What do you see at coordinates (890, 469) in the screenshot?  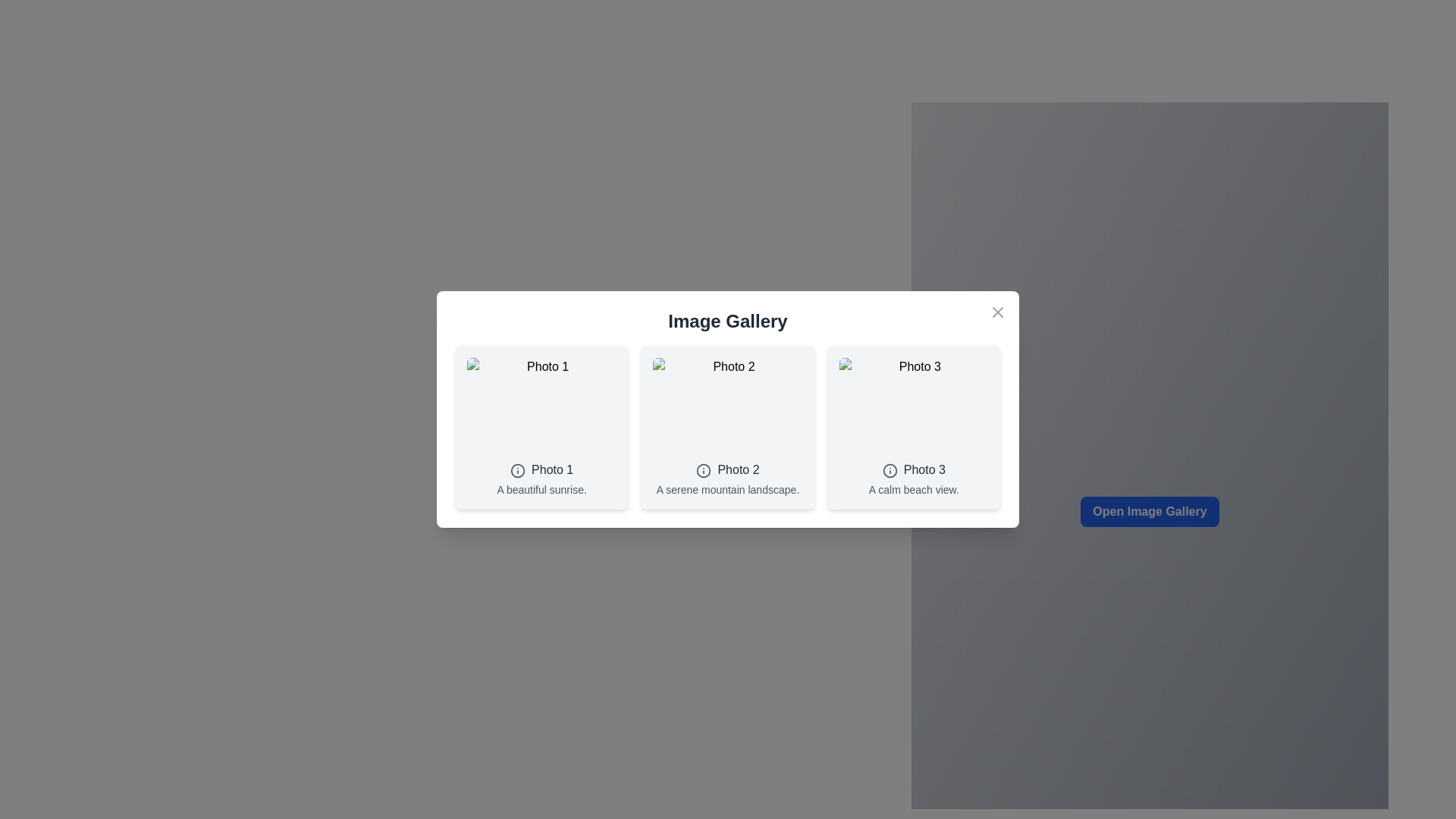 I see `the informational icon located in the third column of the image gallery, directly left of the label 'Photo 3' and above the description 'A calm beach view.'` at bounding box center [890, 469].